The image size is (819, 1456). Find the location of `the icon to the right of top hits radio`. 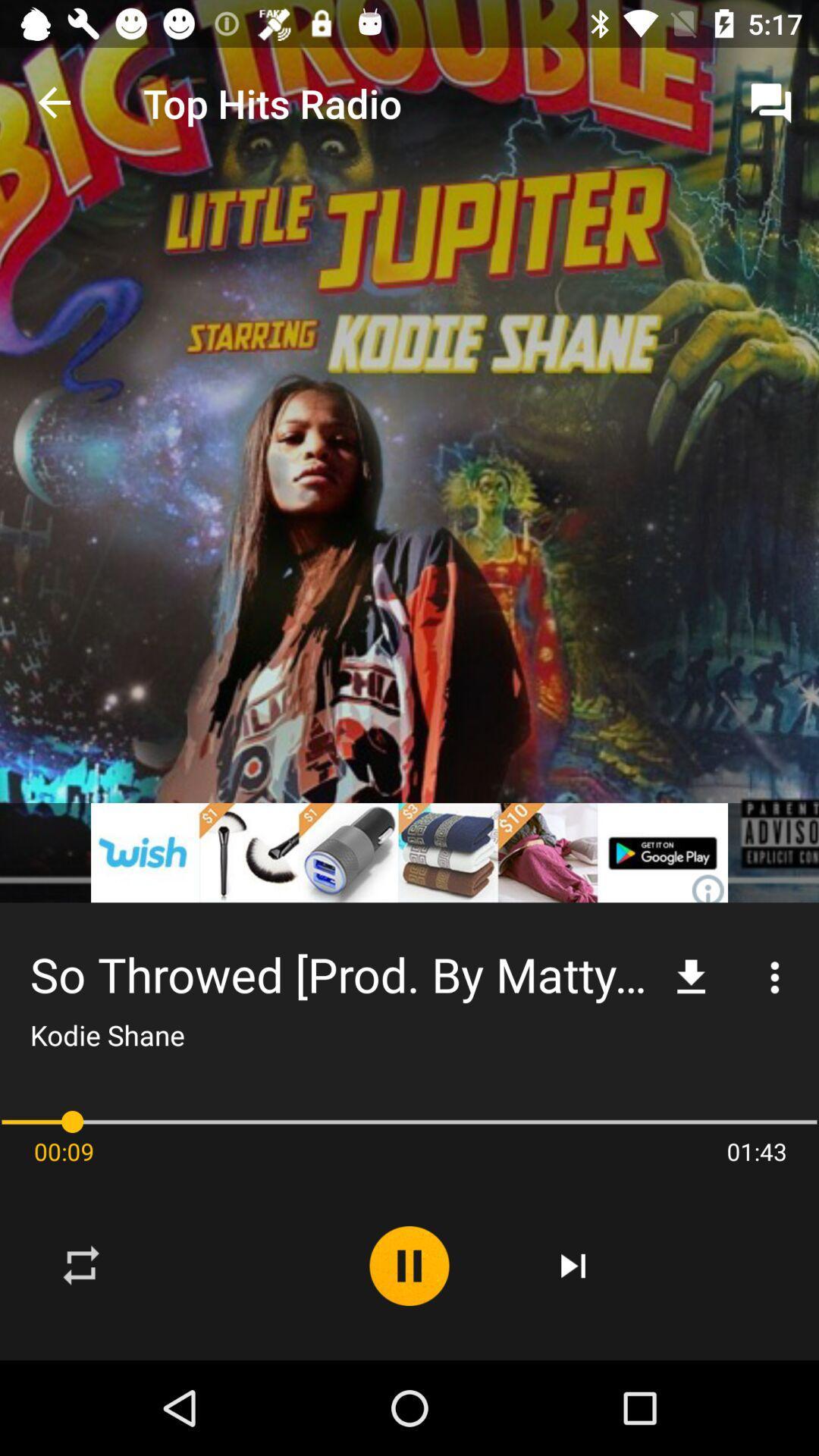

the icon to the right of top hits radio is located at coordinates (771, 102).